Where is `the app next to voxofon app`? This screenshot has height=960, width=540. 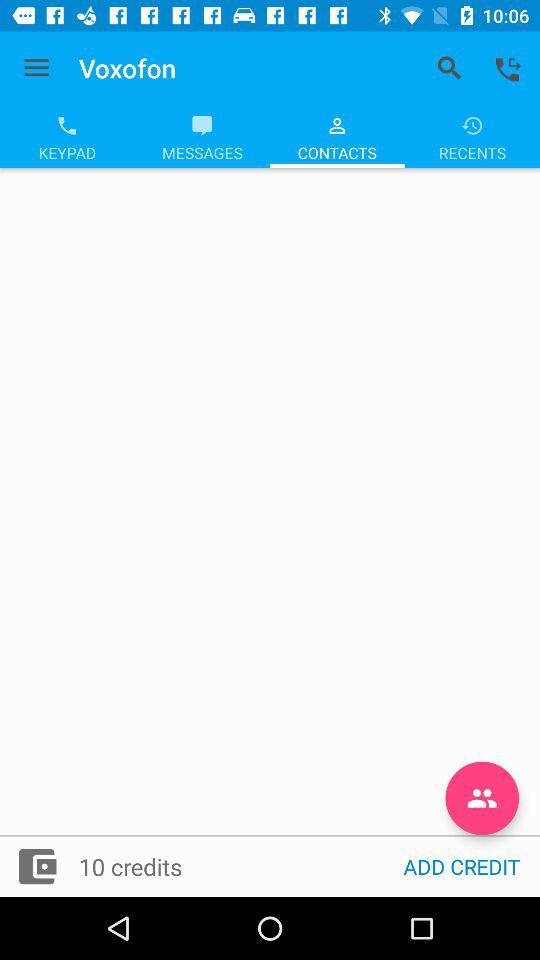
the app next to voxofon app is located at coordinates (36, 68).